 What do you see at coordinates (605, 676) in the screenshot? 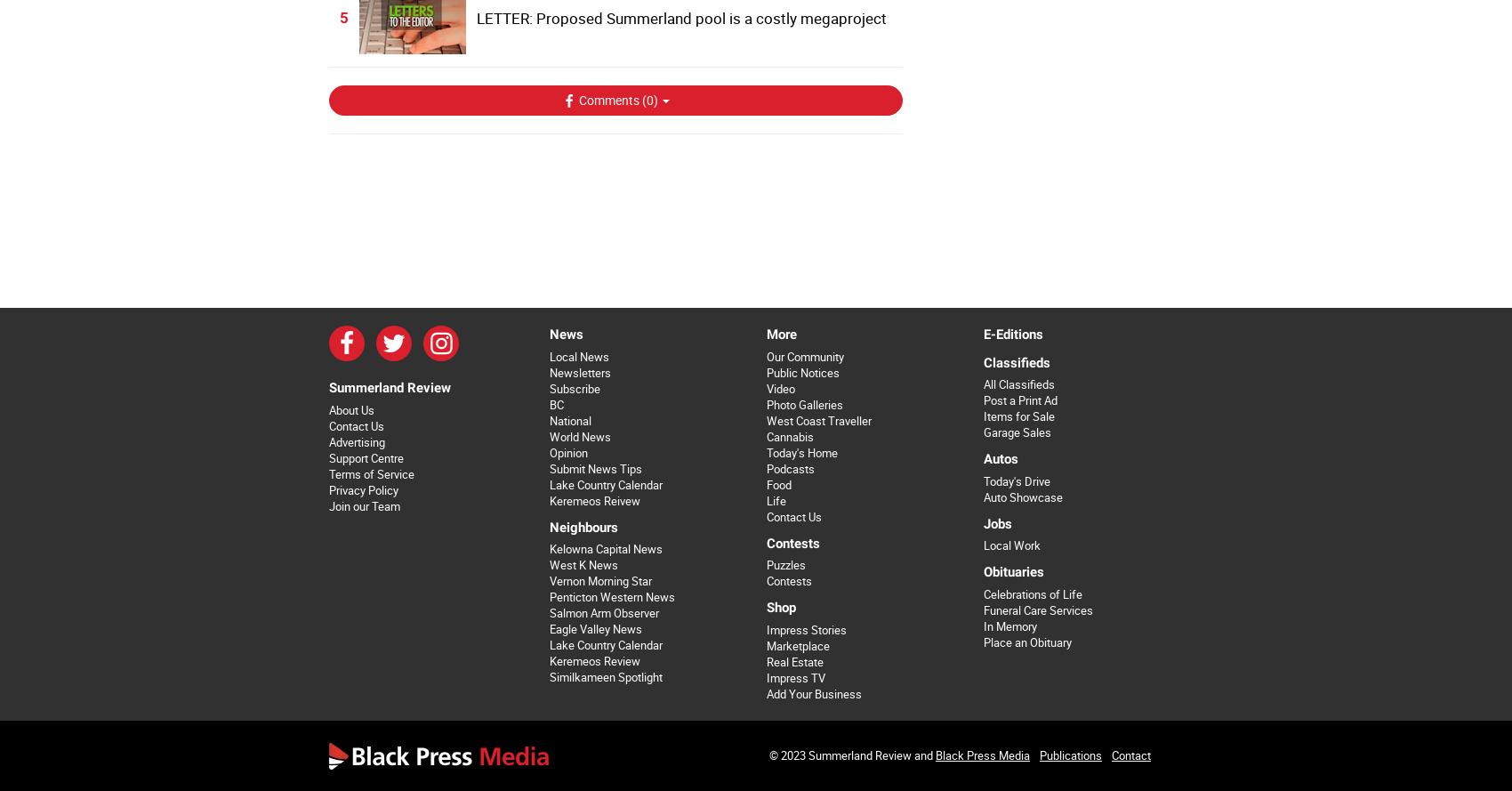
I see `'Similkameen Spotlight'` at bounding box center [605, 676].